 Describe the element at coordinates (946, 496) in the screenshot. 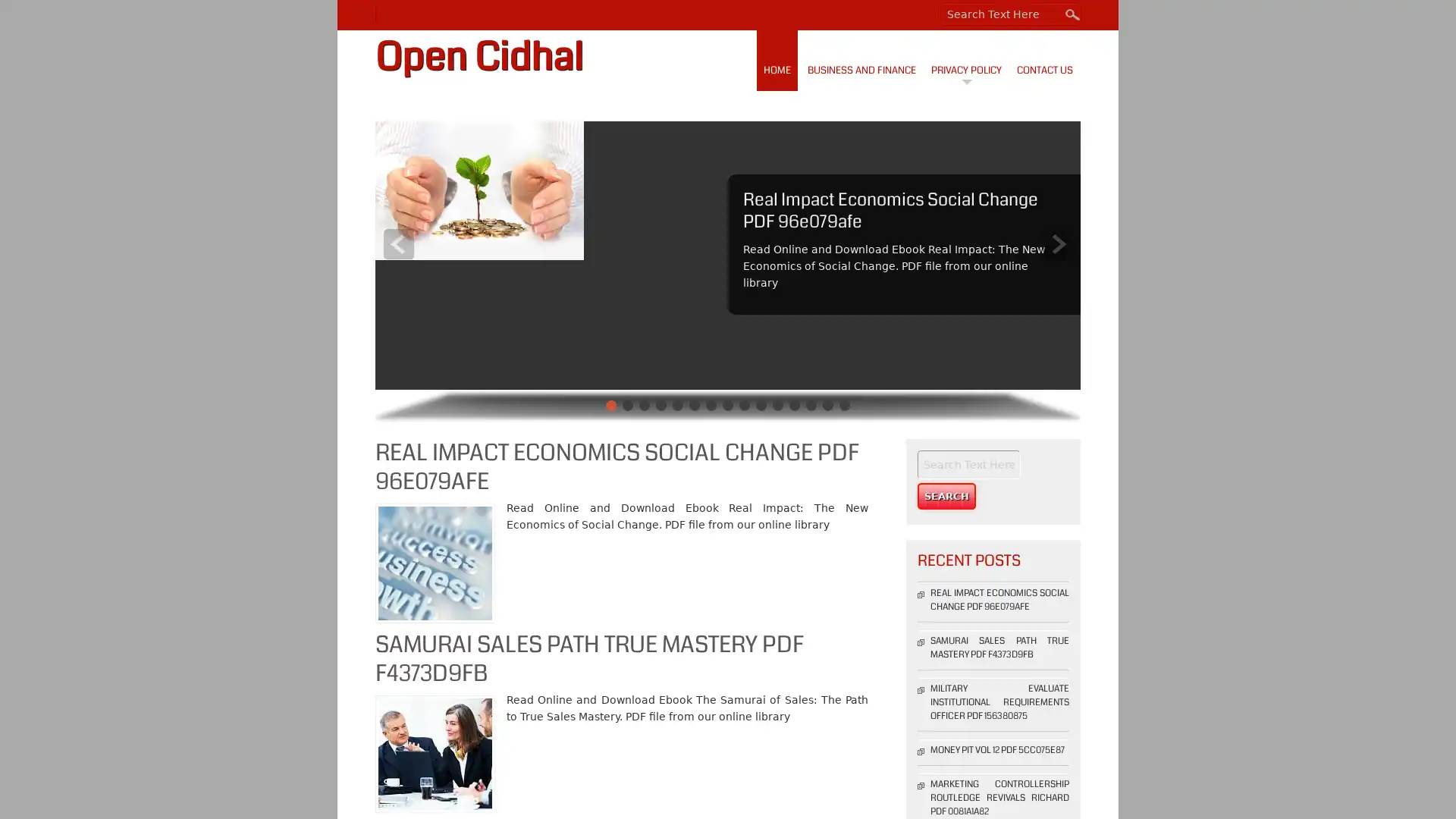

I see `Search` at that location.